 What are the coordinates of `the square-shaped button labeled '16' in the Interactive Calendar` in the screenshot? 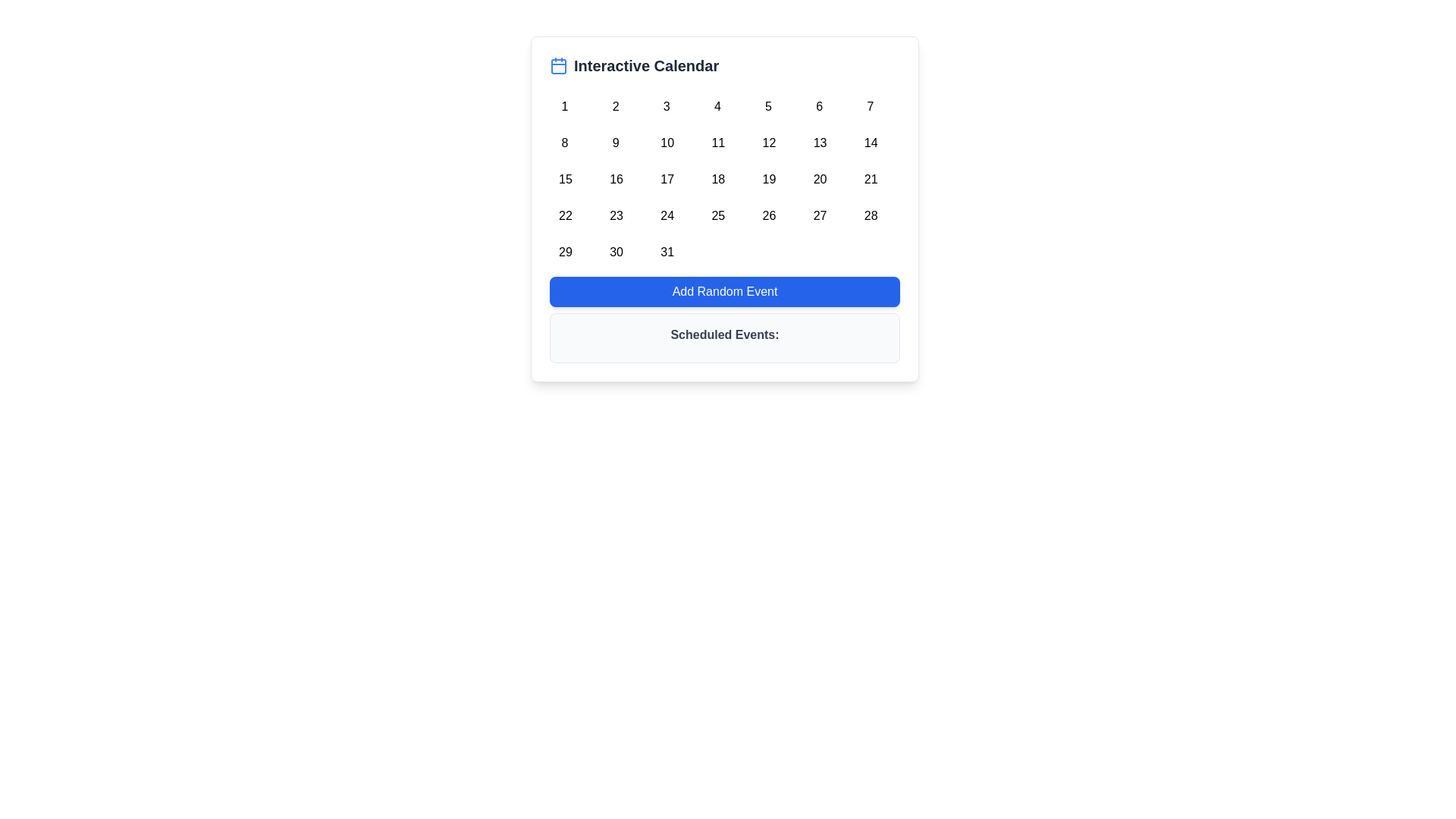 It's located at (616, 175).